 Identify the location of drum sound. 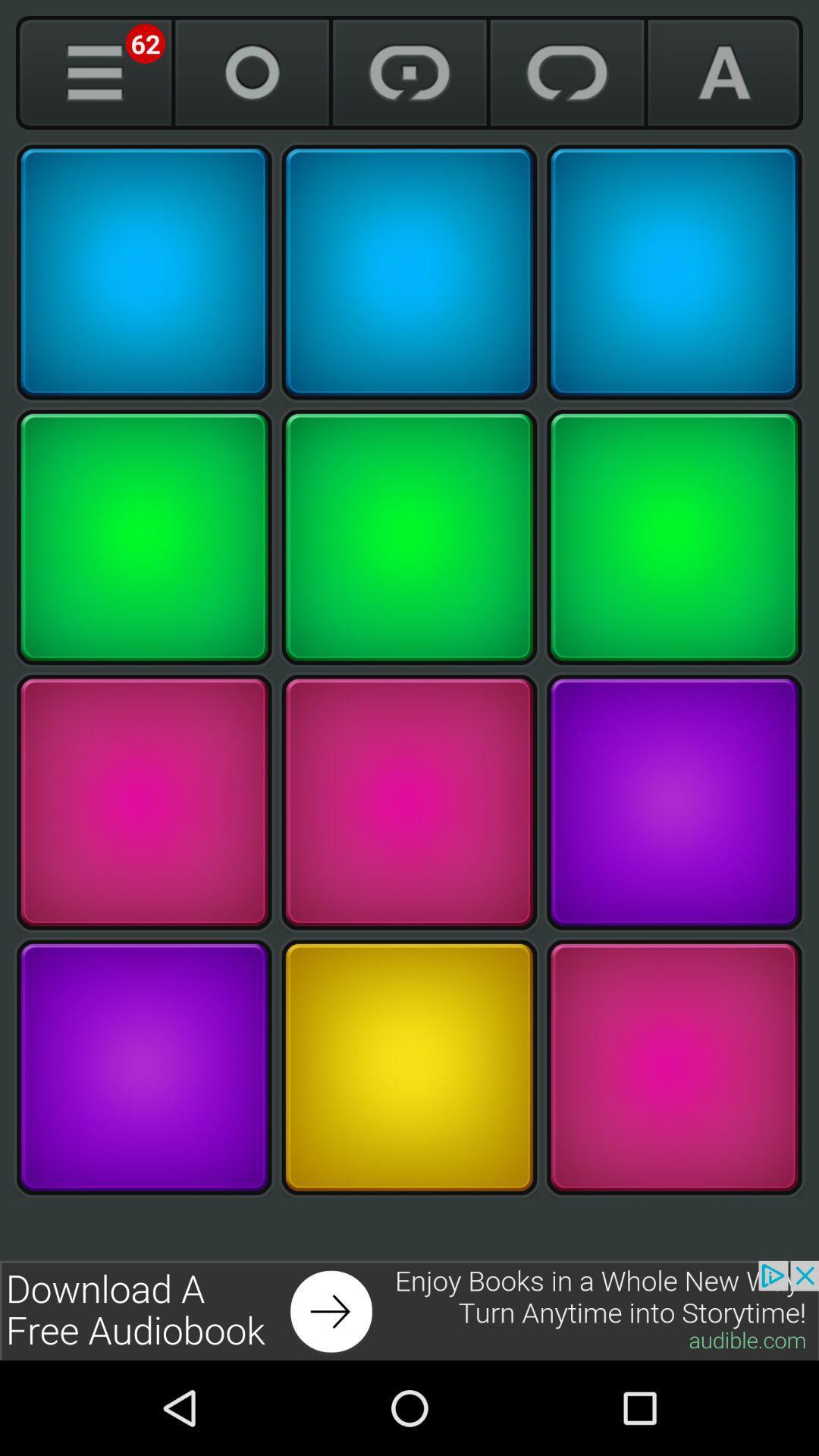
(409, 537).